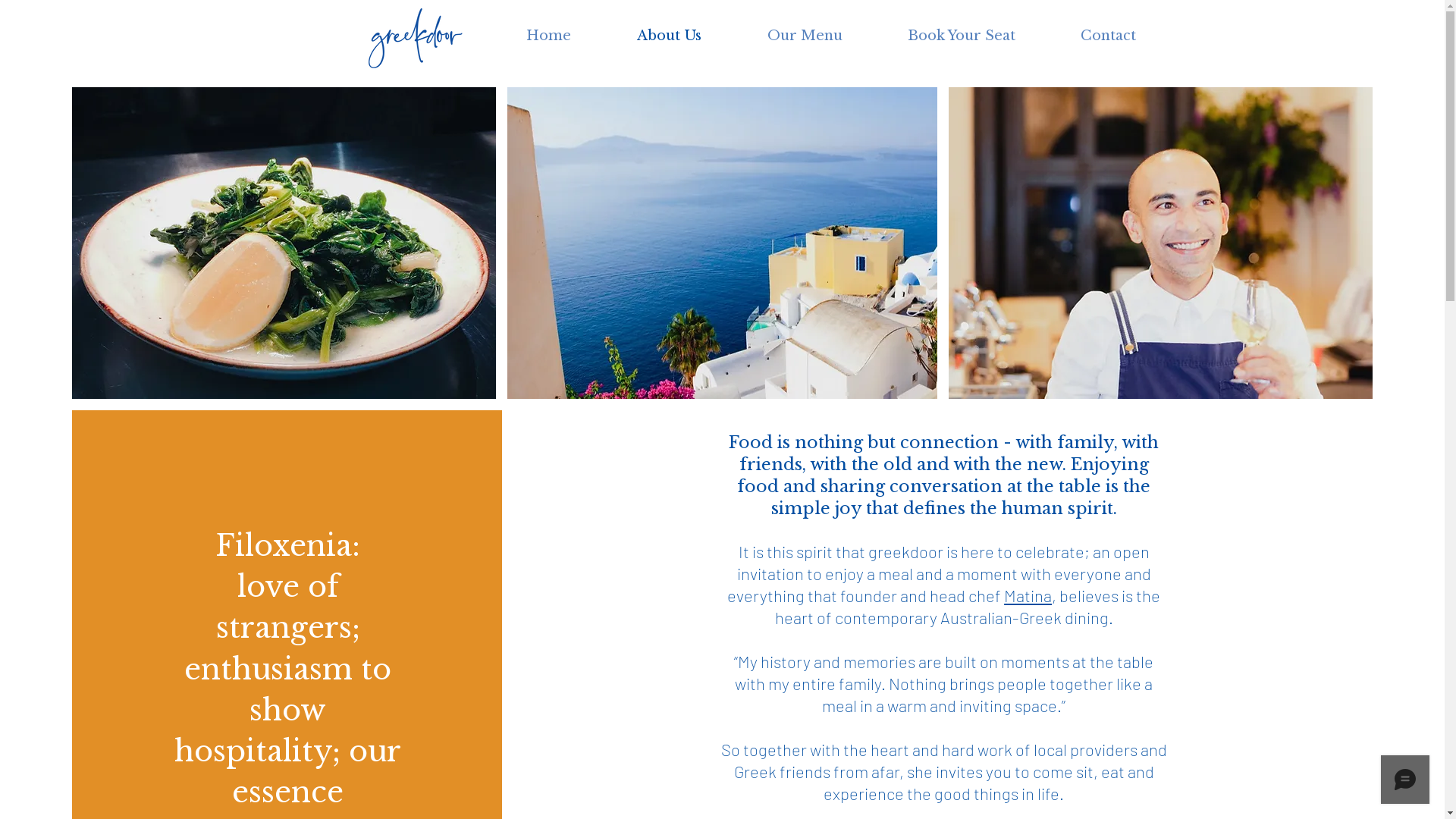 This screenshot has height=819, width=1456. What do you see at coordinates (960, 35) in the screenshot?
I see `'Book Your Seat'` at bounding box center [960, 35].